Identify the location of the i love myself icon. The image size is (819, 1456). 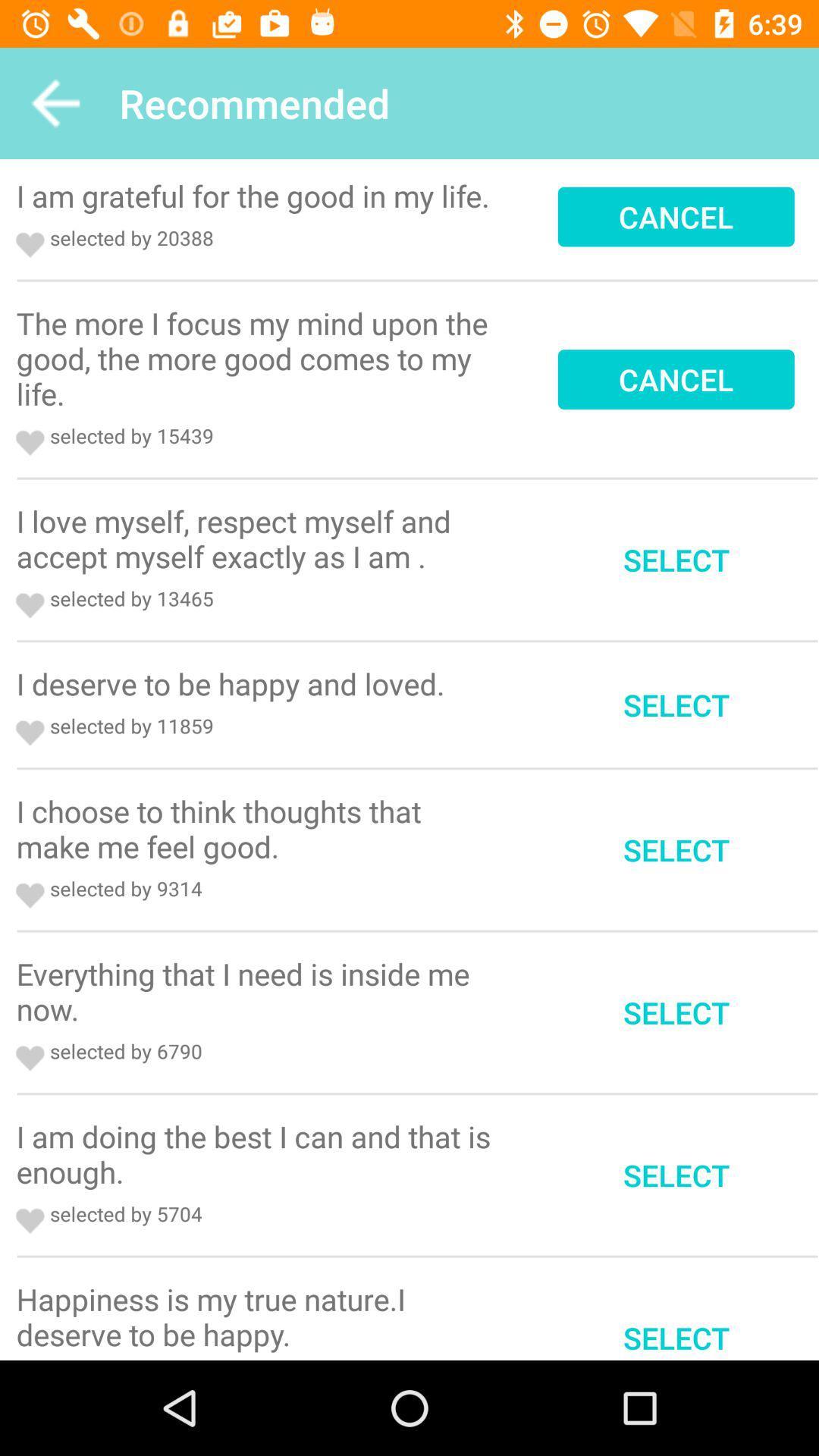
(258, 538).